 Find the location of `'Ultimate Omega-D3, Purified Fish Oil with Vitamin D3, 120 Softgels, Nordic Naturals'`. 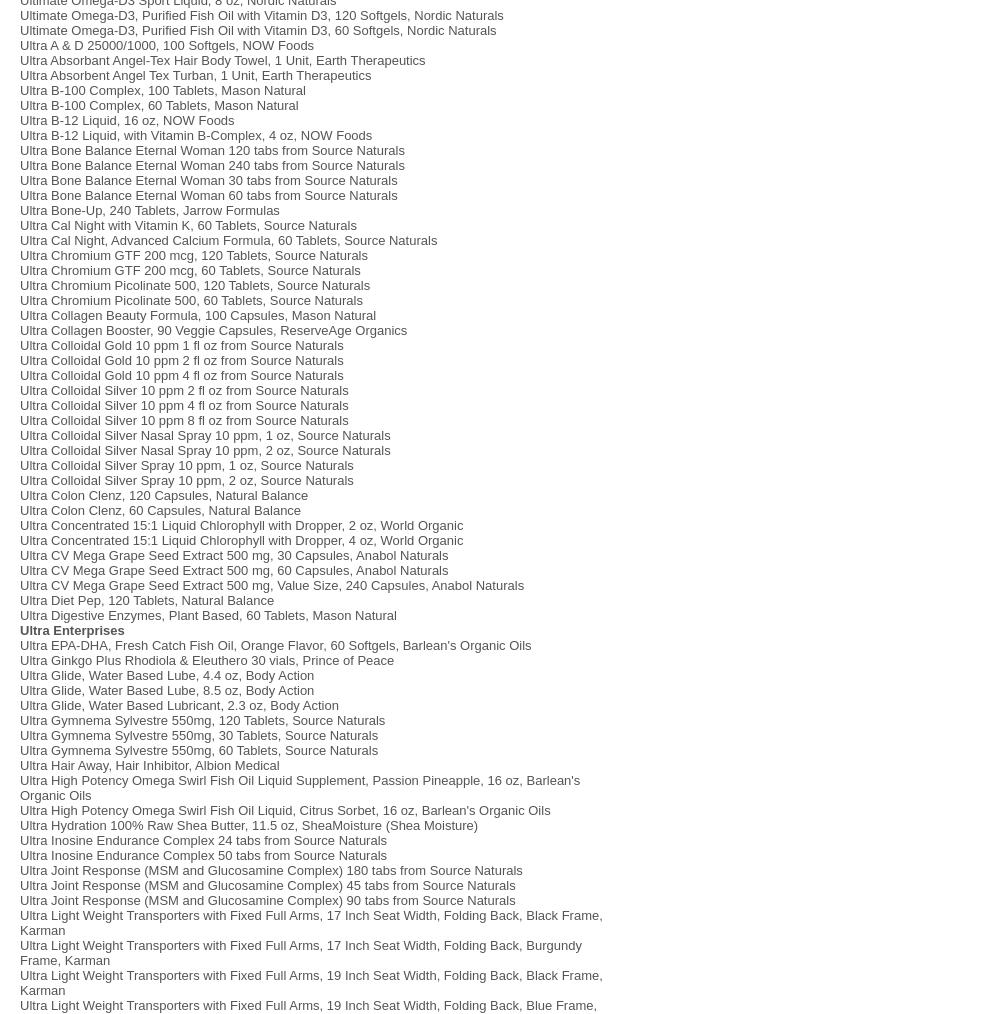

'Ultimate Omega-D3, Purified Fish Oil with Vitamin D3, 120 Softgels, Nordic Naturals' is located at coordinates (261, 14).